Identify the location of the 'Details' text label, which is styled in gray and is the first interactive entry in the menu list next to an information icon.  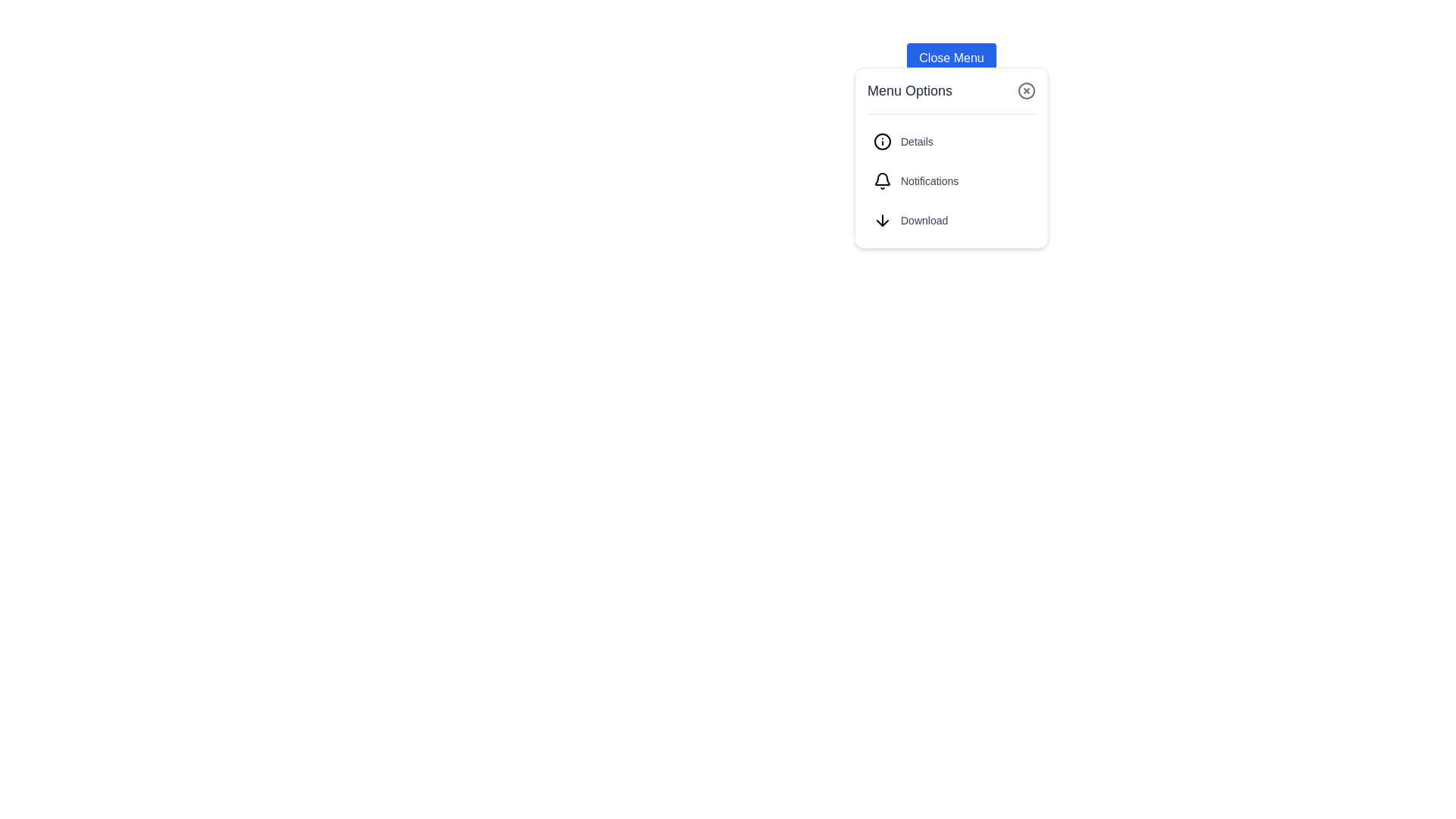
(916, 141).